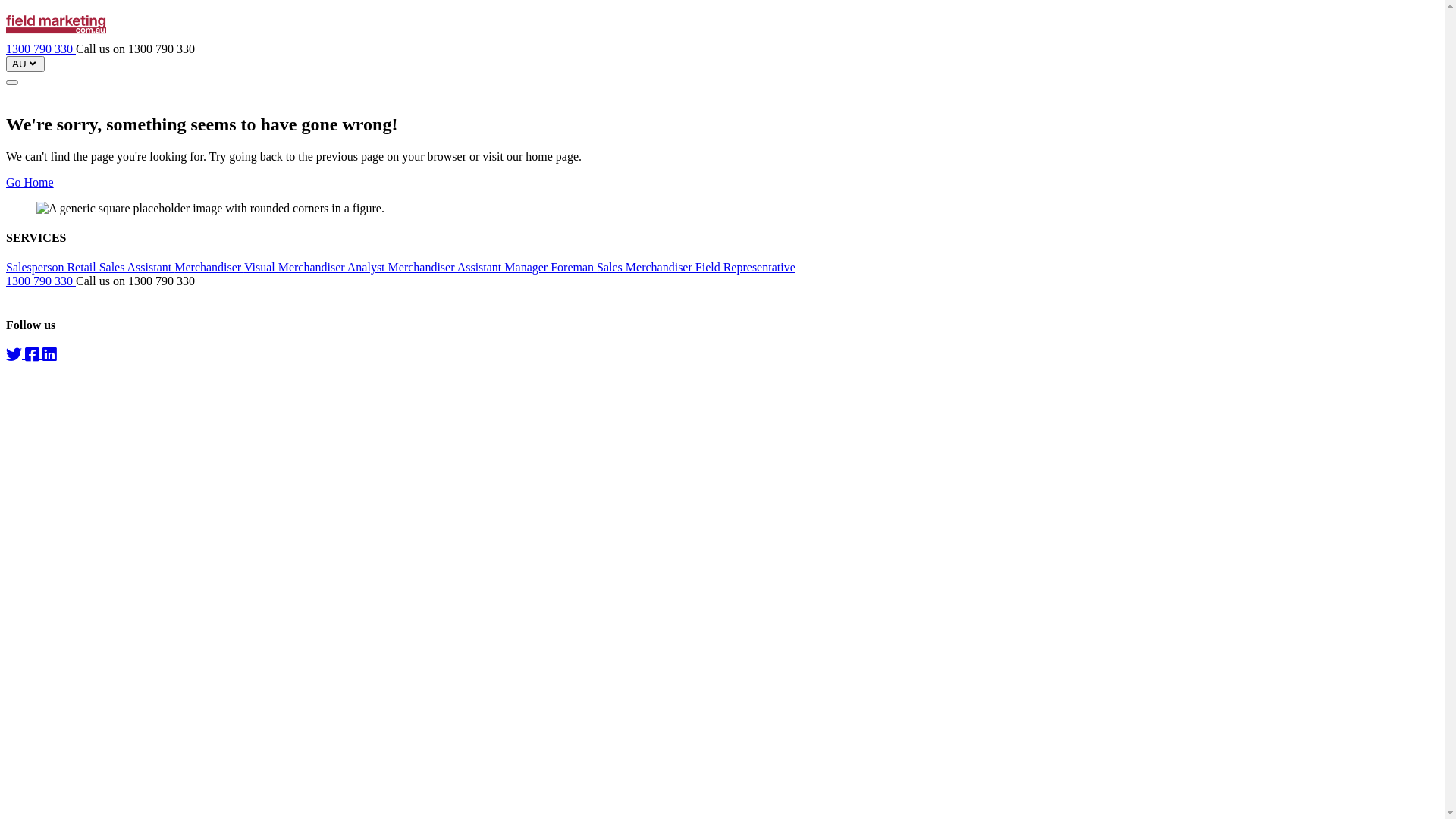 This screenshot has width=1456, height=819. What do you see at coordinates (36, 266) in the screenshot?
I see `'Salesperson'` at bounding box center [36, 266].